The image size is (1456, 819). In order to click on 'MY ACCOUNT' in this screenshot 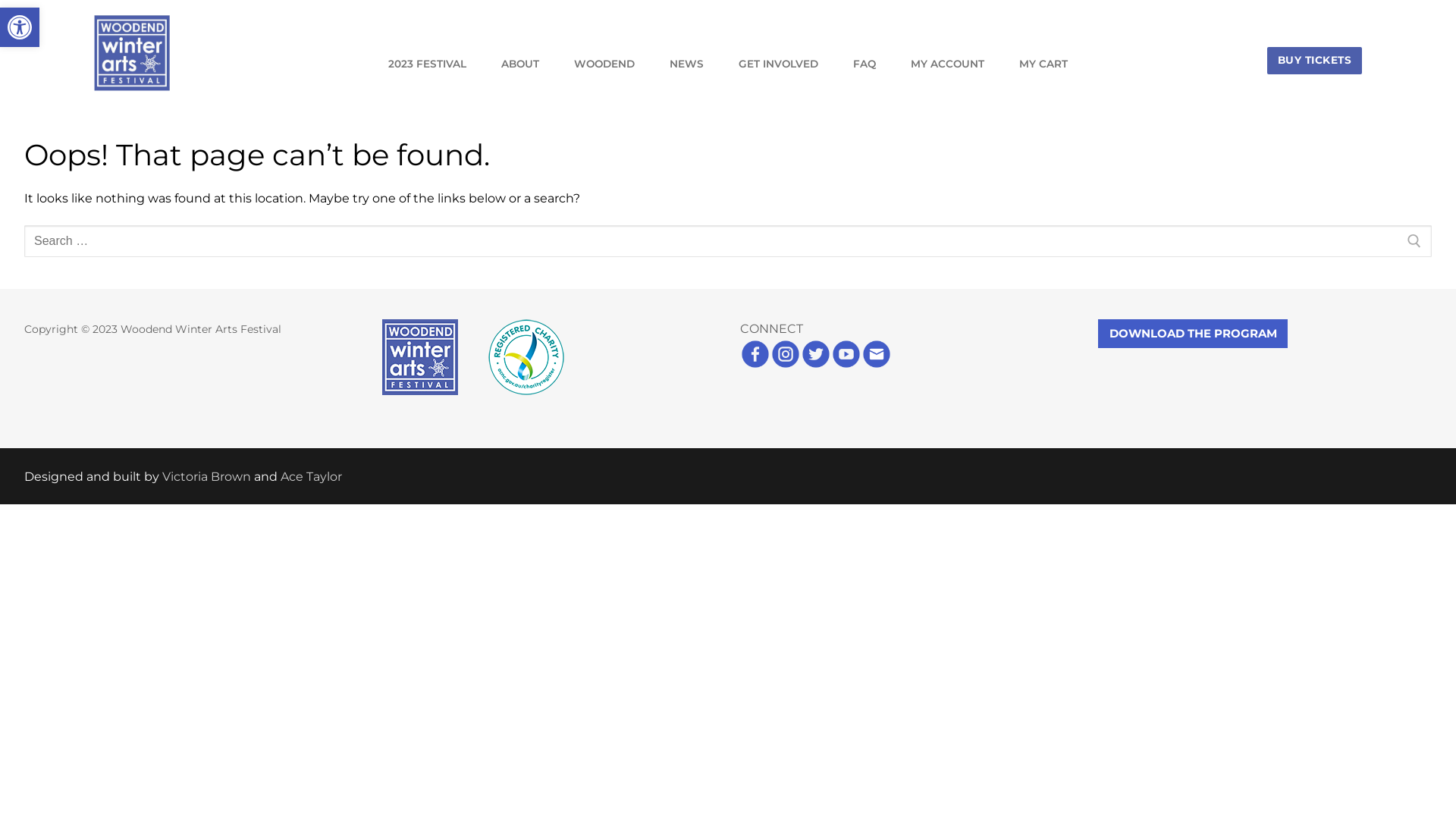, I will do `click(946, 63)`.